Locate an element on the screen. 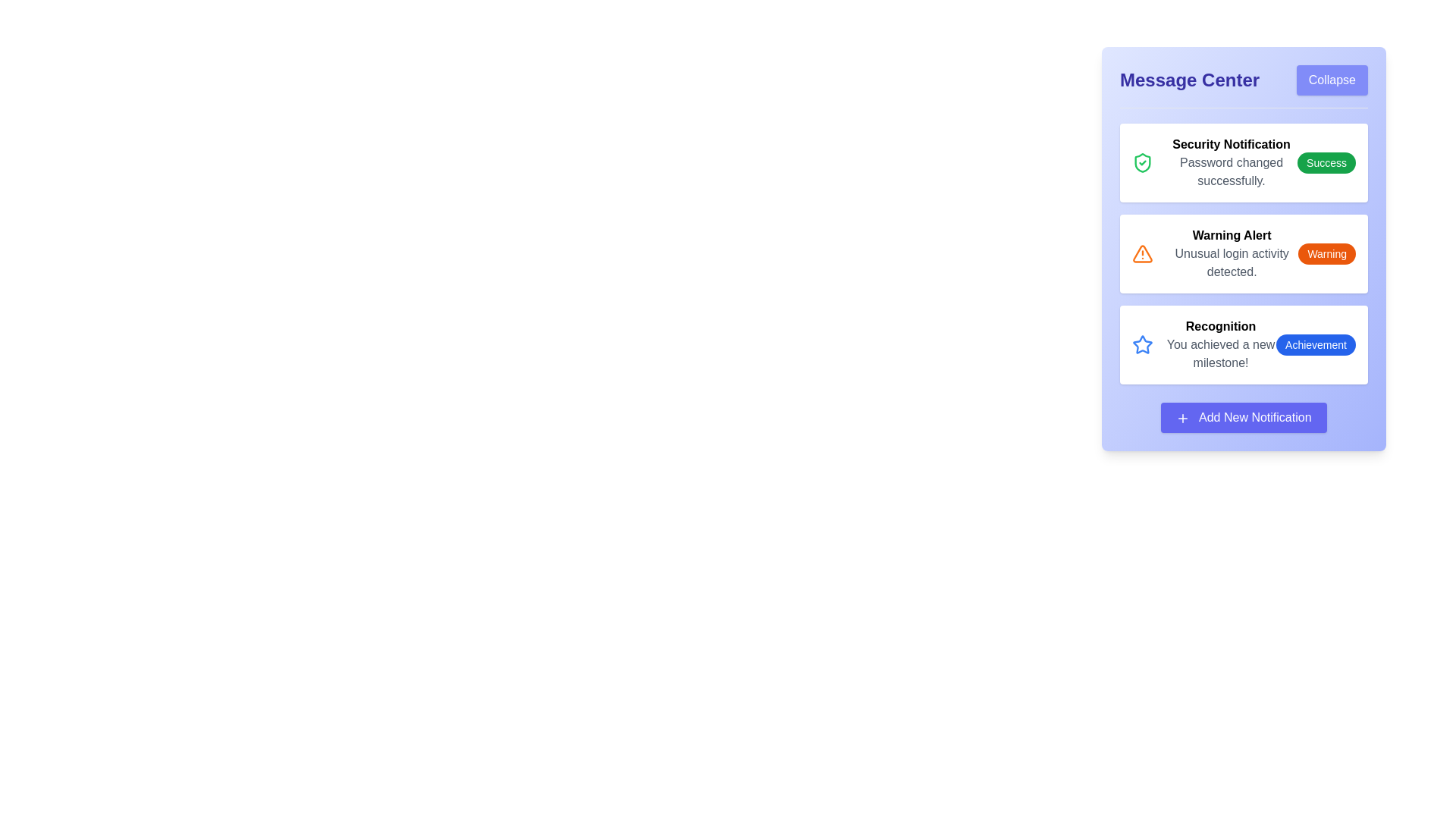 This screenshot has height=819, width=1456. the 'Warning Alert' text displayed in bold typography located at the top of the second notification card in the 'Message Center' panel is located at coordinates (1232, 236).